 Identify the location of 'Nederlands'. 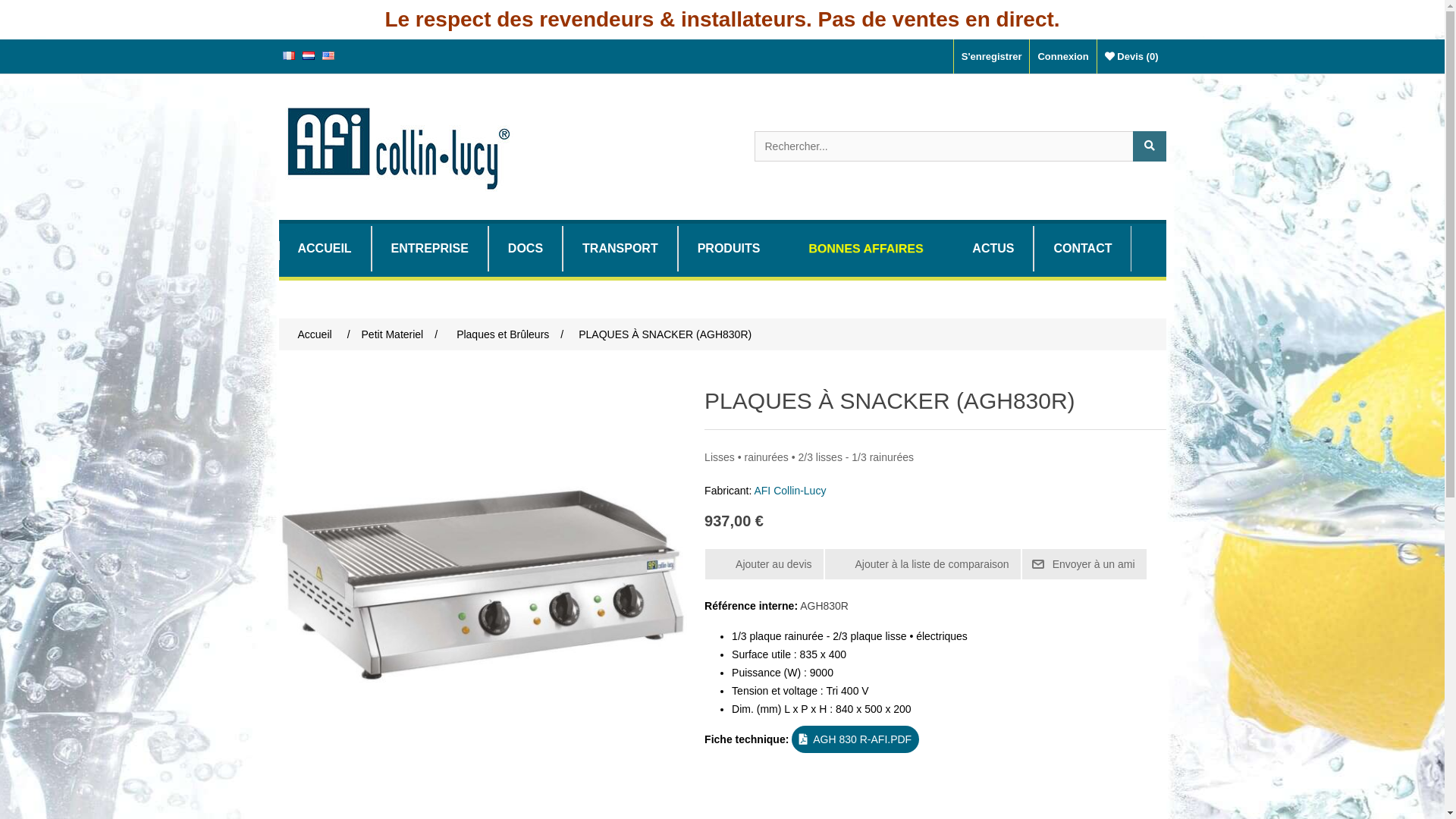
(307, 55).